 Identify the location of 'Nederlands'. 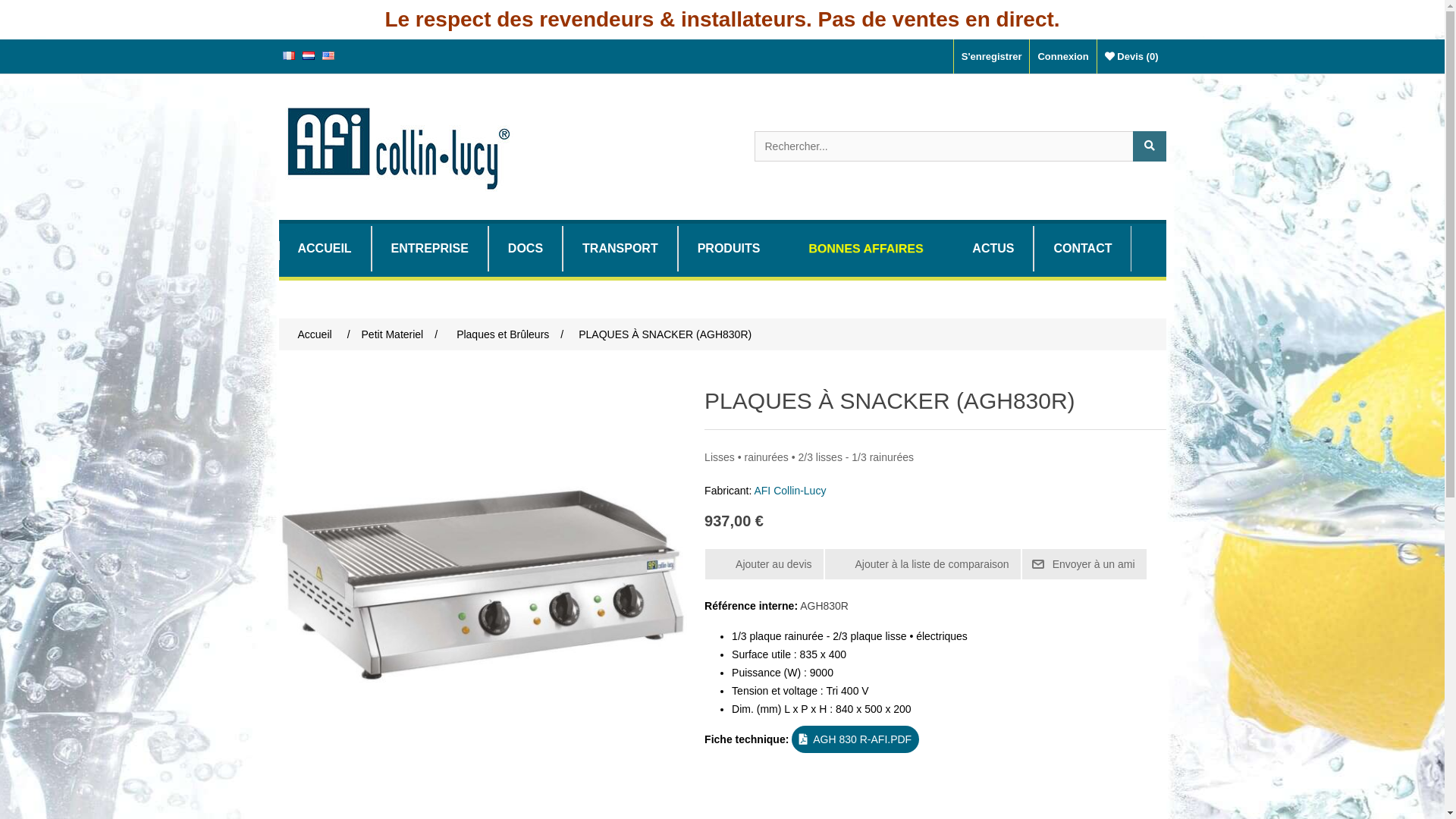
(307, 55).